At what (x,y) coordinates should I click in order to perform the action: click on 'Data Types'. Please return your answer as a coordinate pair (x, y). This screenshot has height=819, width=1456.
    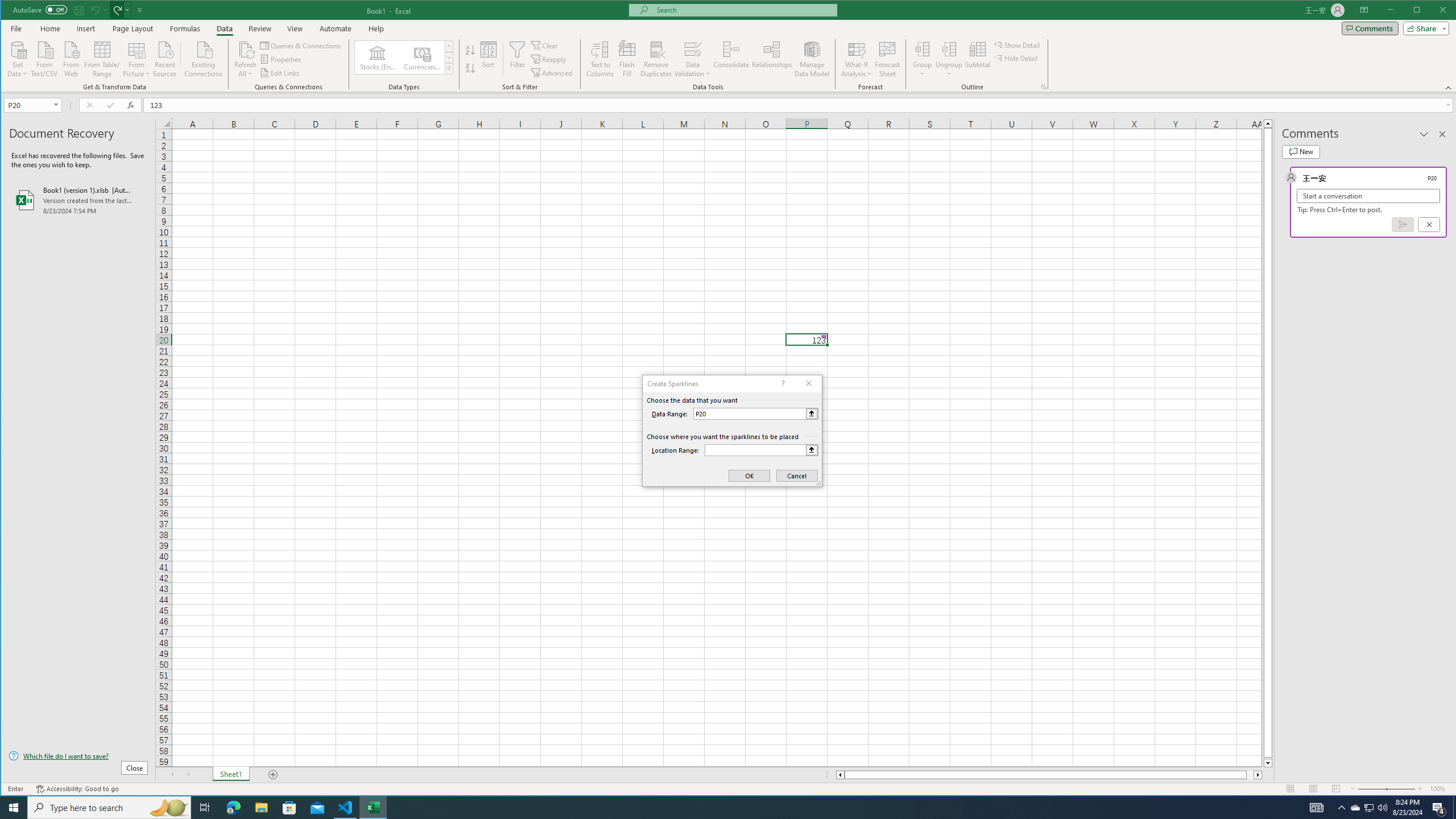
    Looking at the image, I should click on (448, 68).